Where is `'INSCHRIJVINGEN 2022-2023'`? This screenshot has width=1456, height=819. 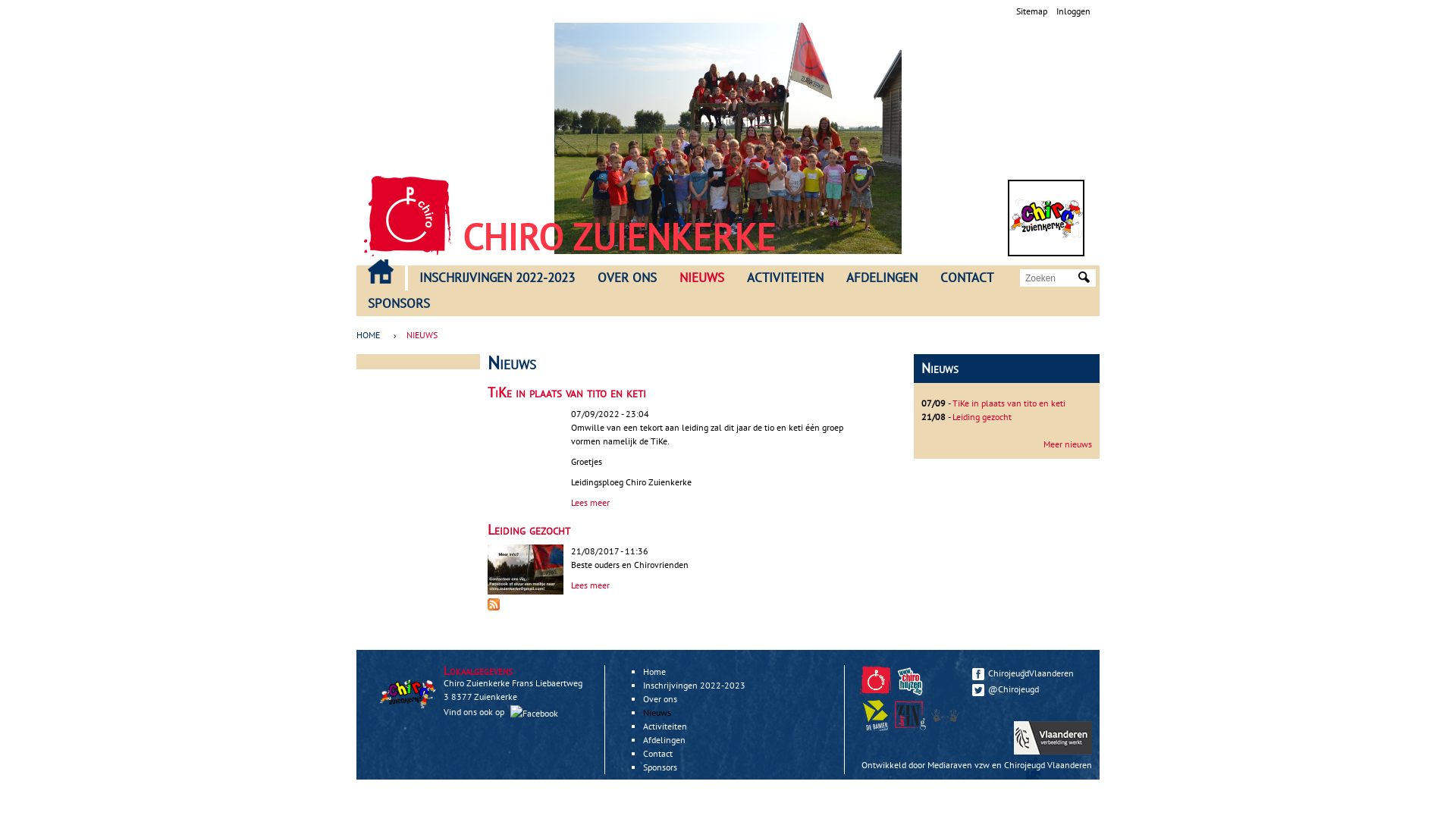 'INSCHRIJVINGEN 2022-2023' is located at coordinates (497, 278).